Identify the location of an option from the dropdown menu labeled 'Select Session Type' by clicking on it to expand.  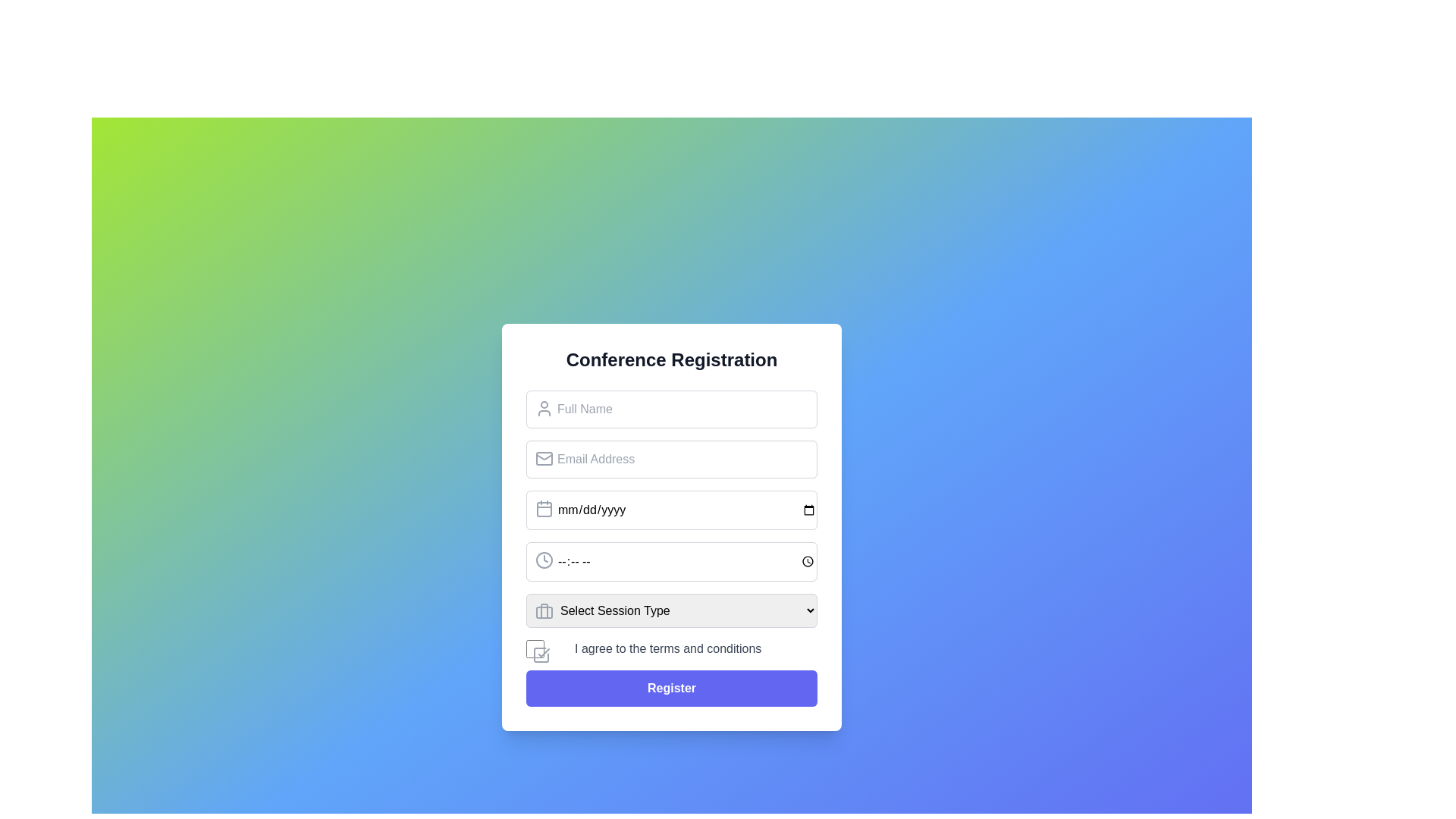
(671, 610).